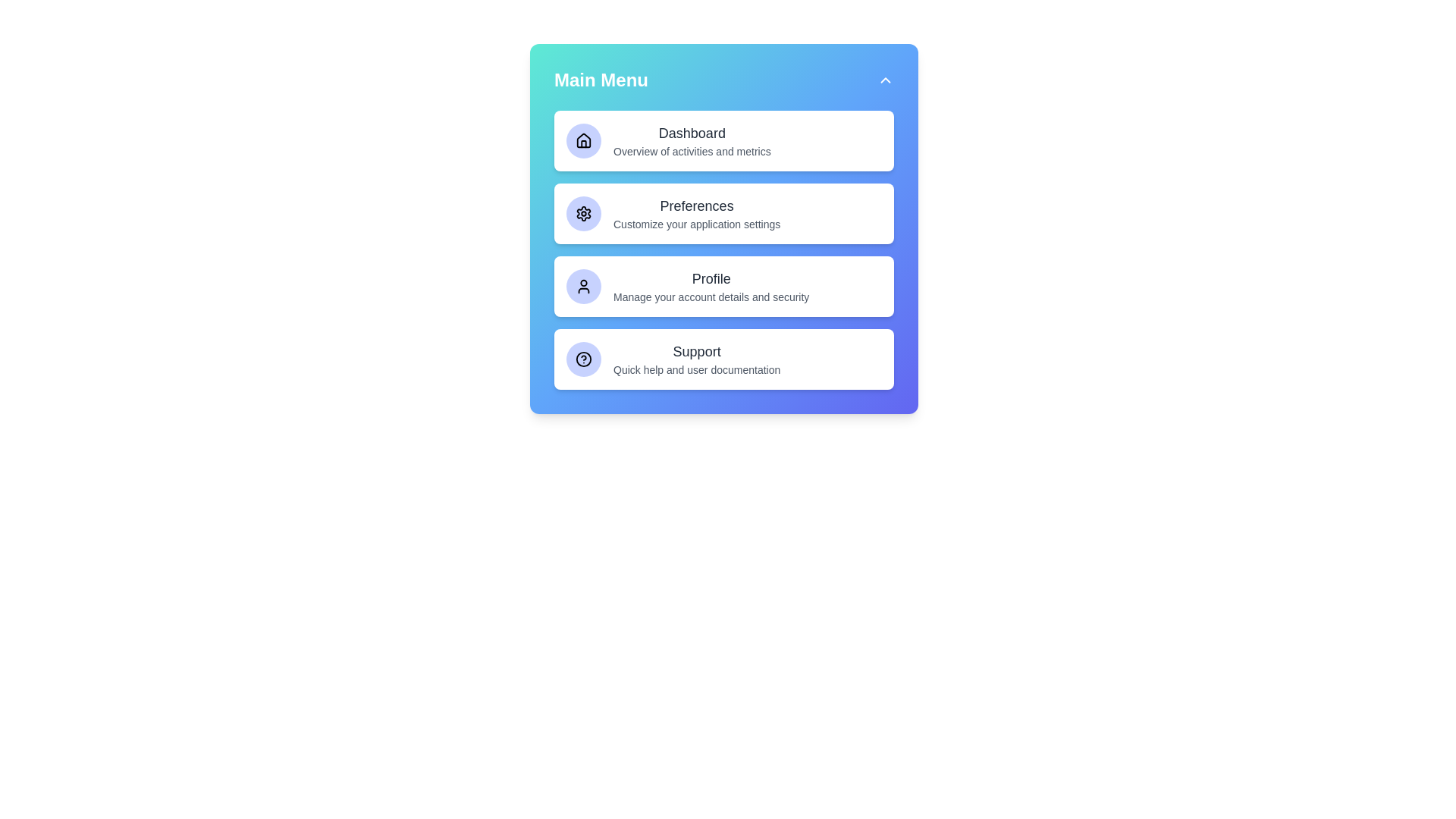 This screenshot has width=1456, height=819. I want to click on the menu option Support, so click(723, 359).